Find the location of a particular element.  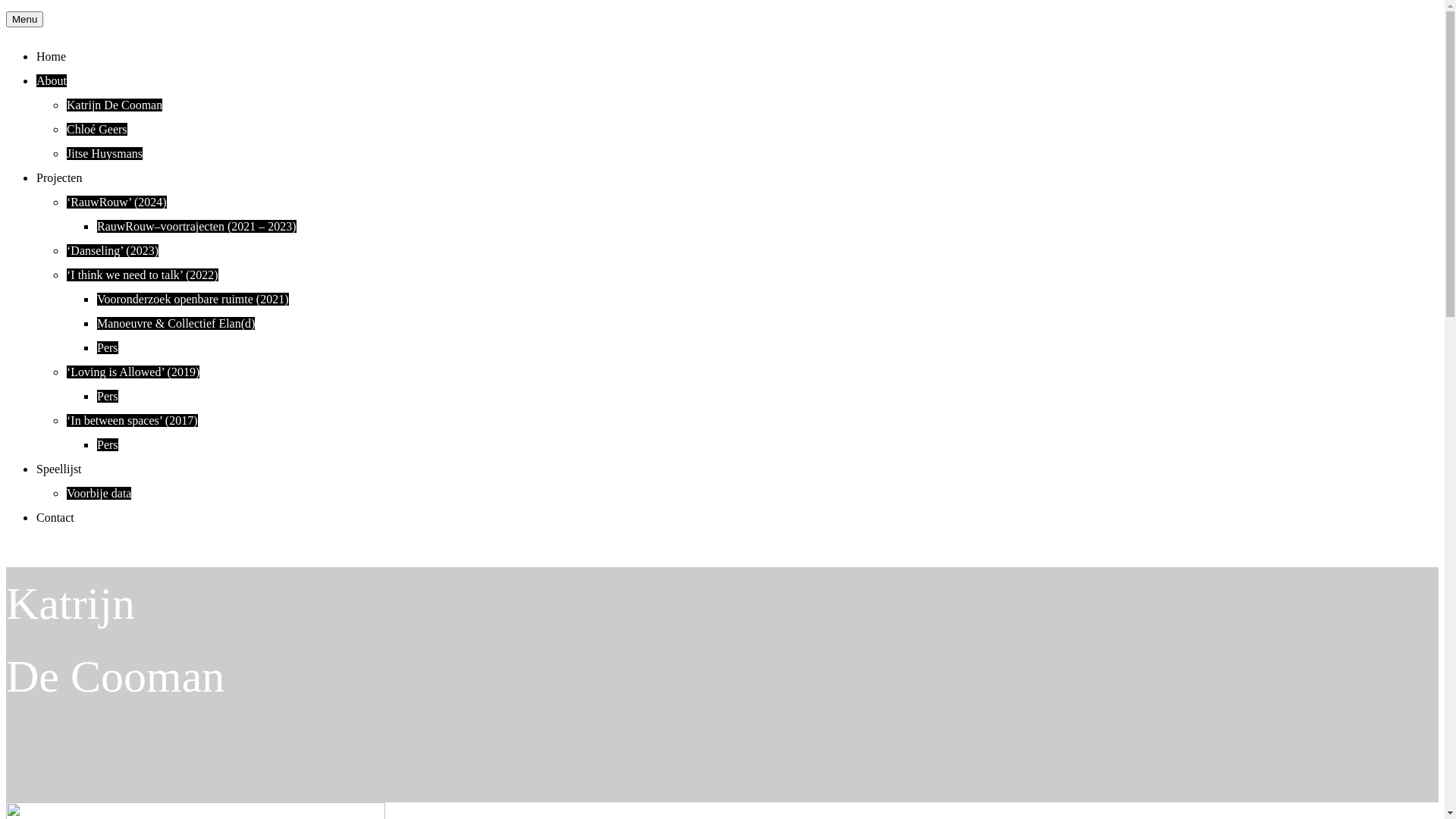

'Home' is located at coordinates (36, 55).